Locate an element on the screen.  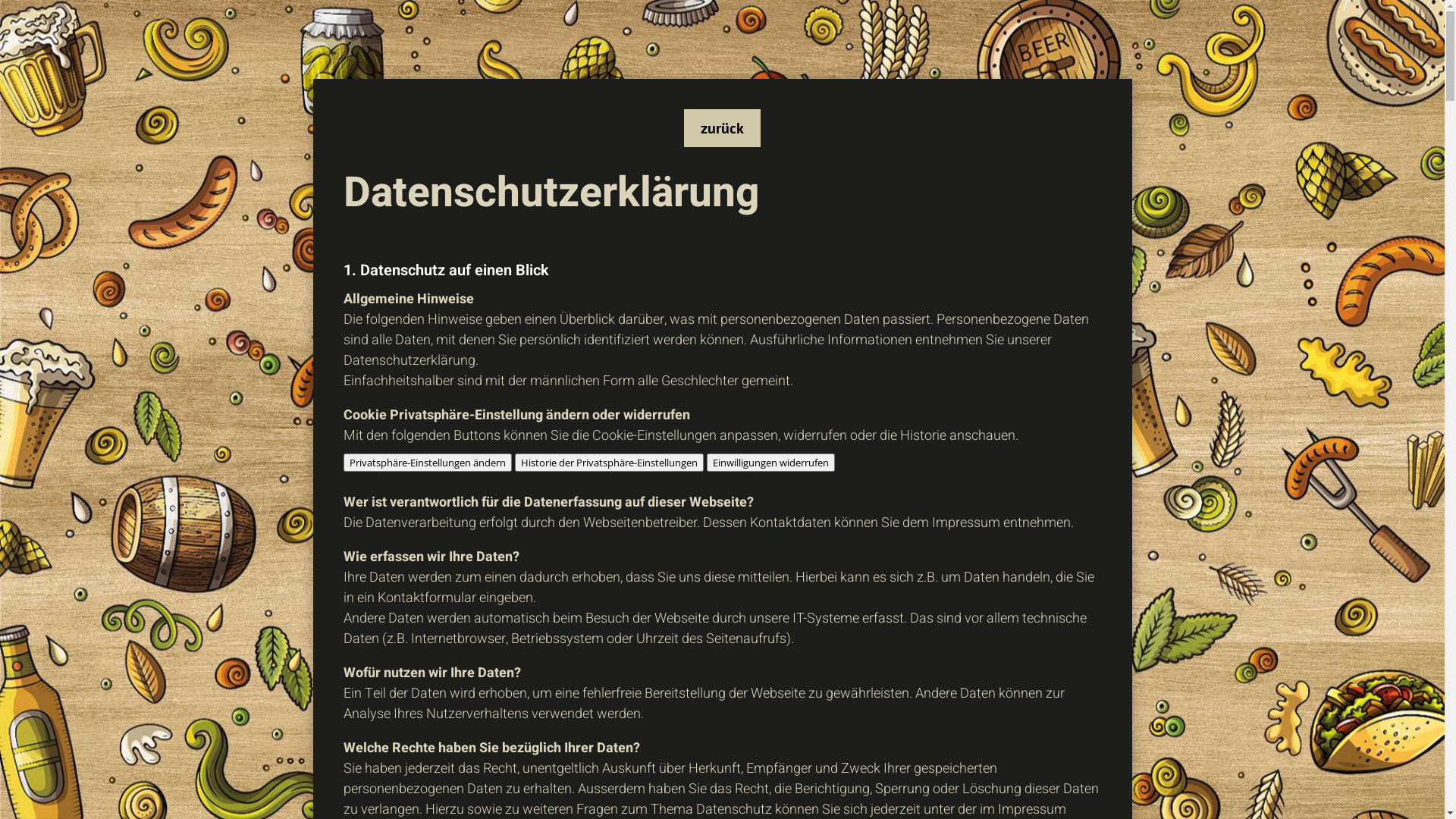
'Einwilligungen widerrufen' is located at coordinates (770, 461).